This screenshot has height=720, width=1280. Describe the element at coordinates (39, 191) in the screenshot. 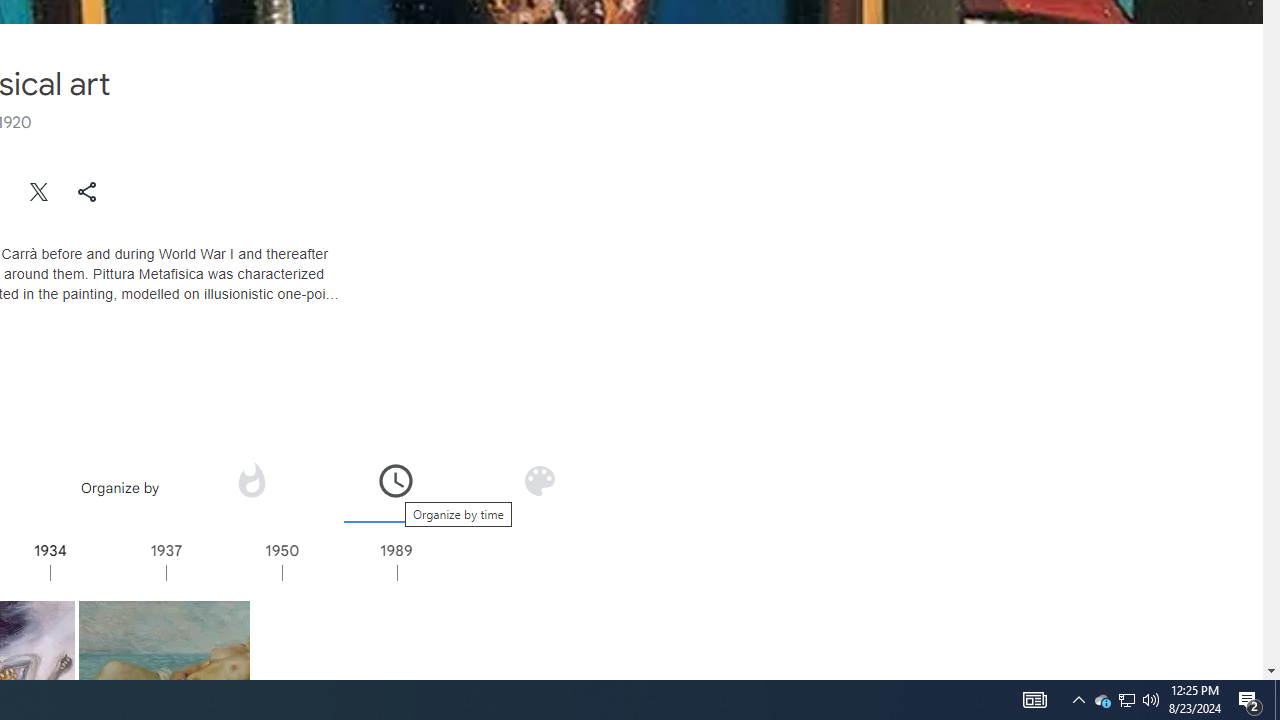

I see `'Share on Twitter'` at that location.